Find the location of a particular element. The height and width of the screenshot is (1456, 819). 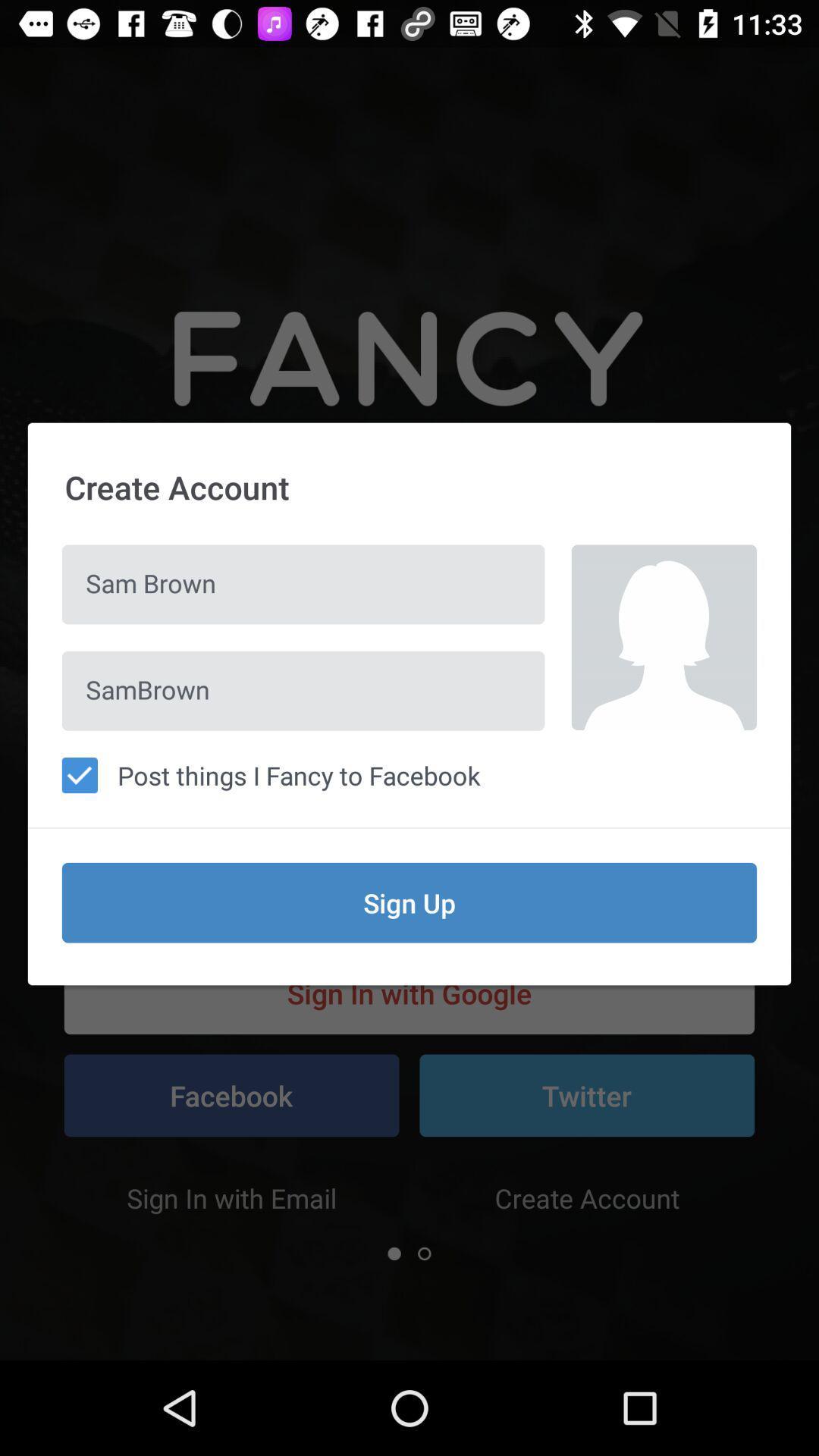

sam brown icon is located at coordinates (303, 584).